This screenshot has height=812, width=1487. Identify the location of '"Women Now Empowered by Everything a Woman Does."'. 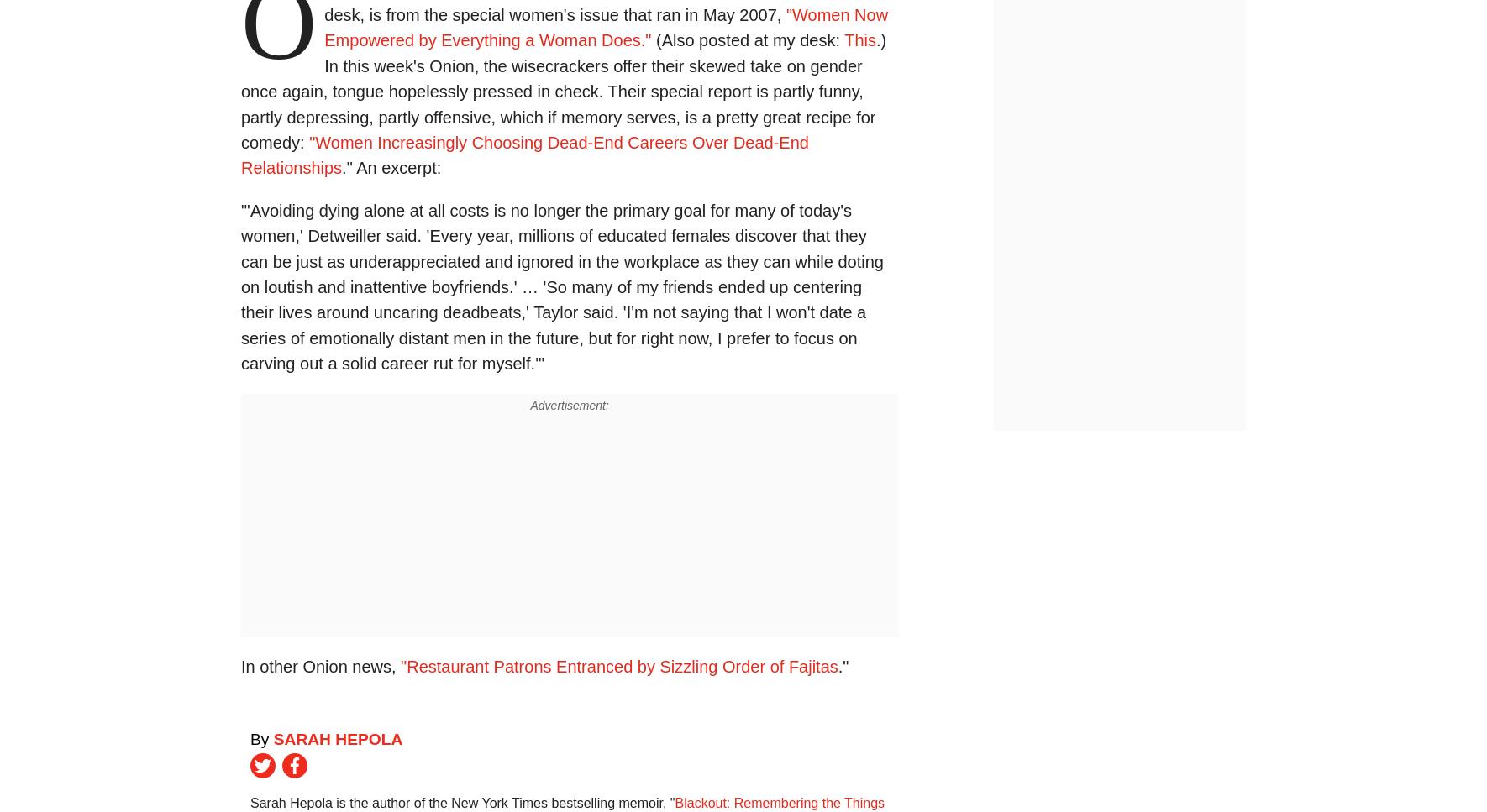
(605, 27).